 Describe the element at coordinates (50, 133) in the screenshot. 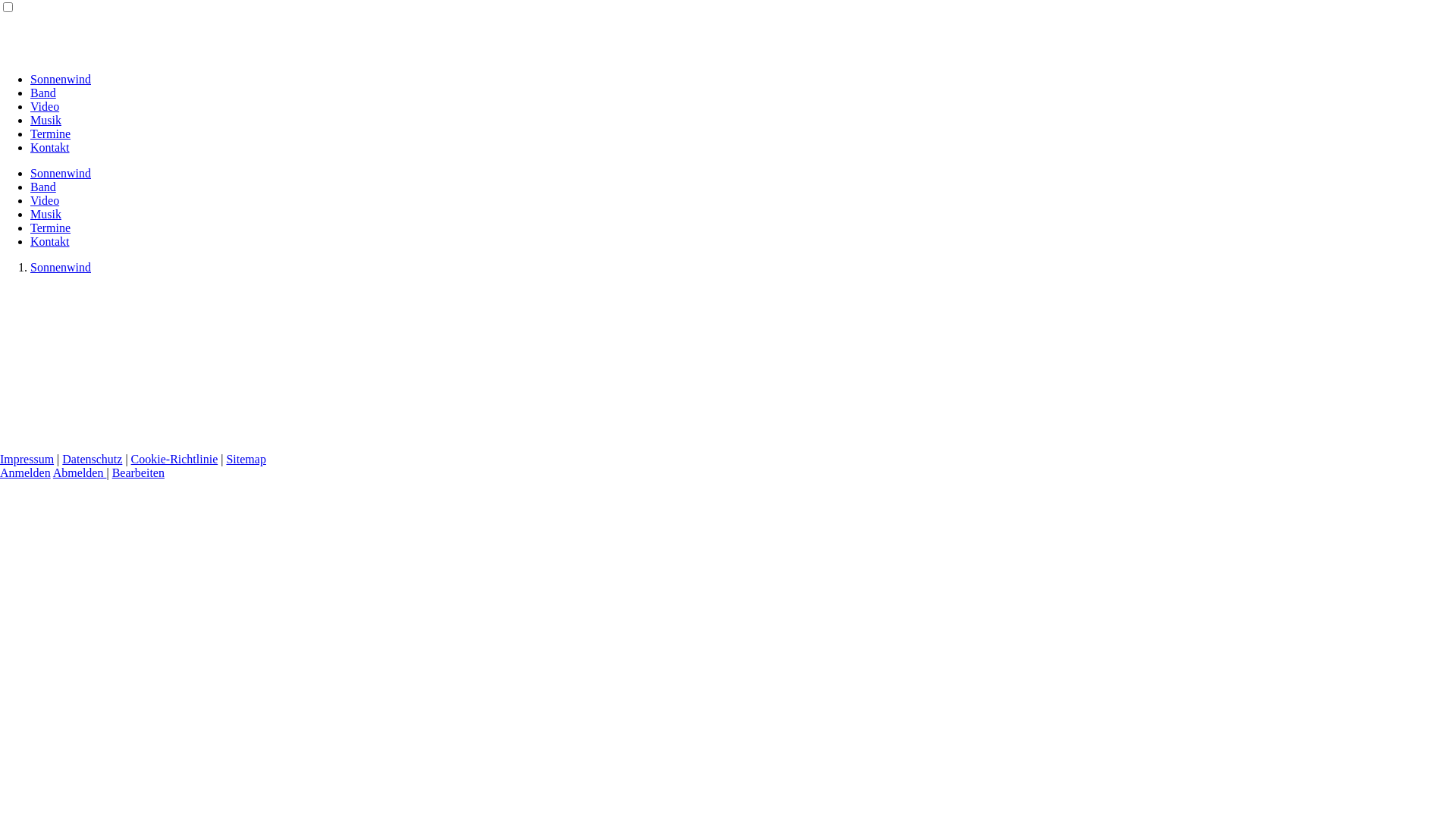

I see `'Termine'` at that location.